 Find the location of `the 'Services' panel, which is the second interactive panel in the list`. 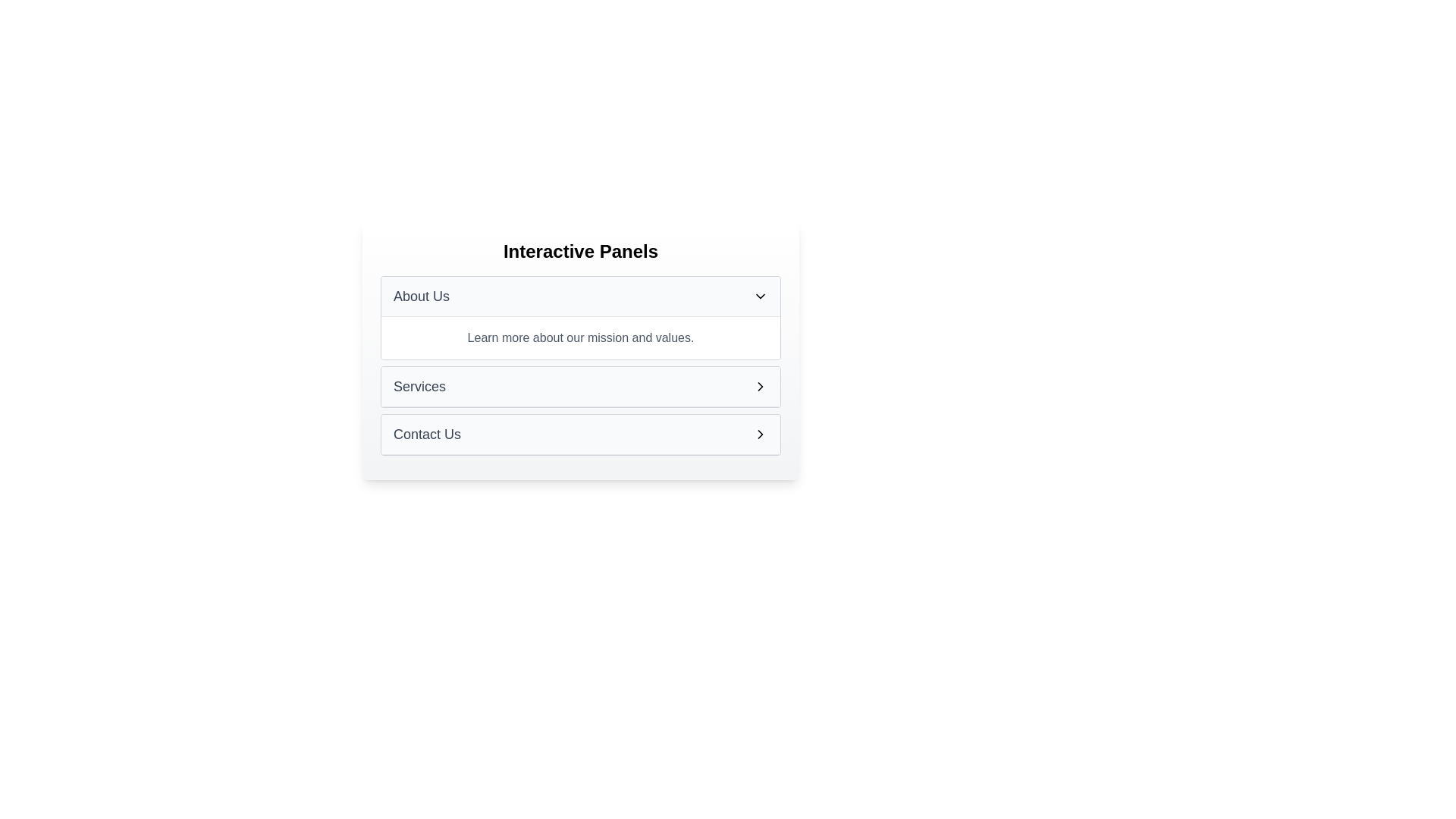

the 'Services' panel, which is the second interactive panel in the list is located at coordinates (580, 385).